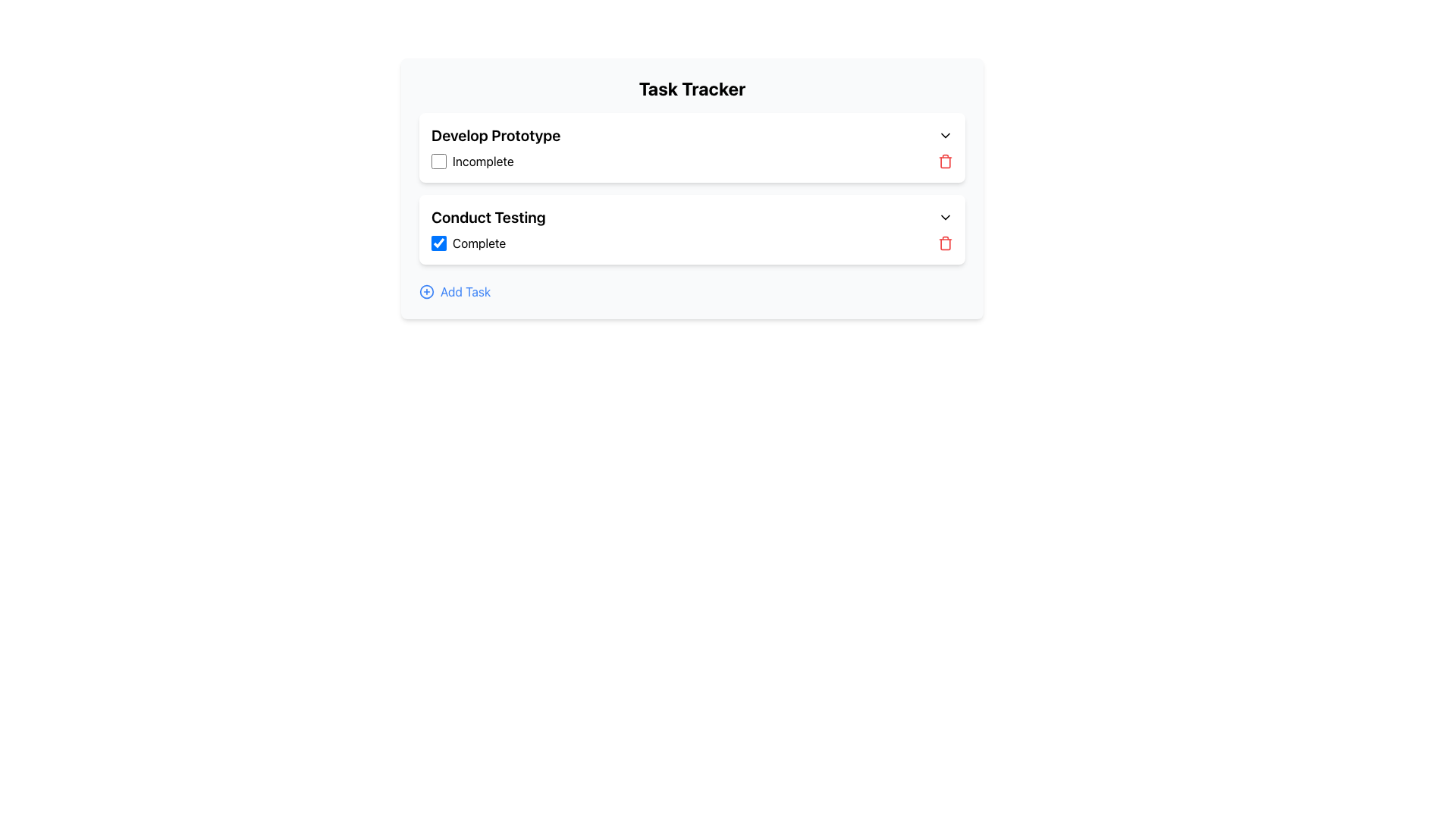 The height and width of the screenshot is (819, 1456). I want to click on the checkbox for the 'Develop Prototype' task, so click(438, 161).